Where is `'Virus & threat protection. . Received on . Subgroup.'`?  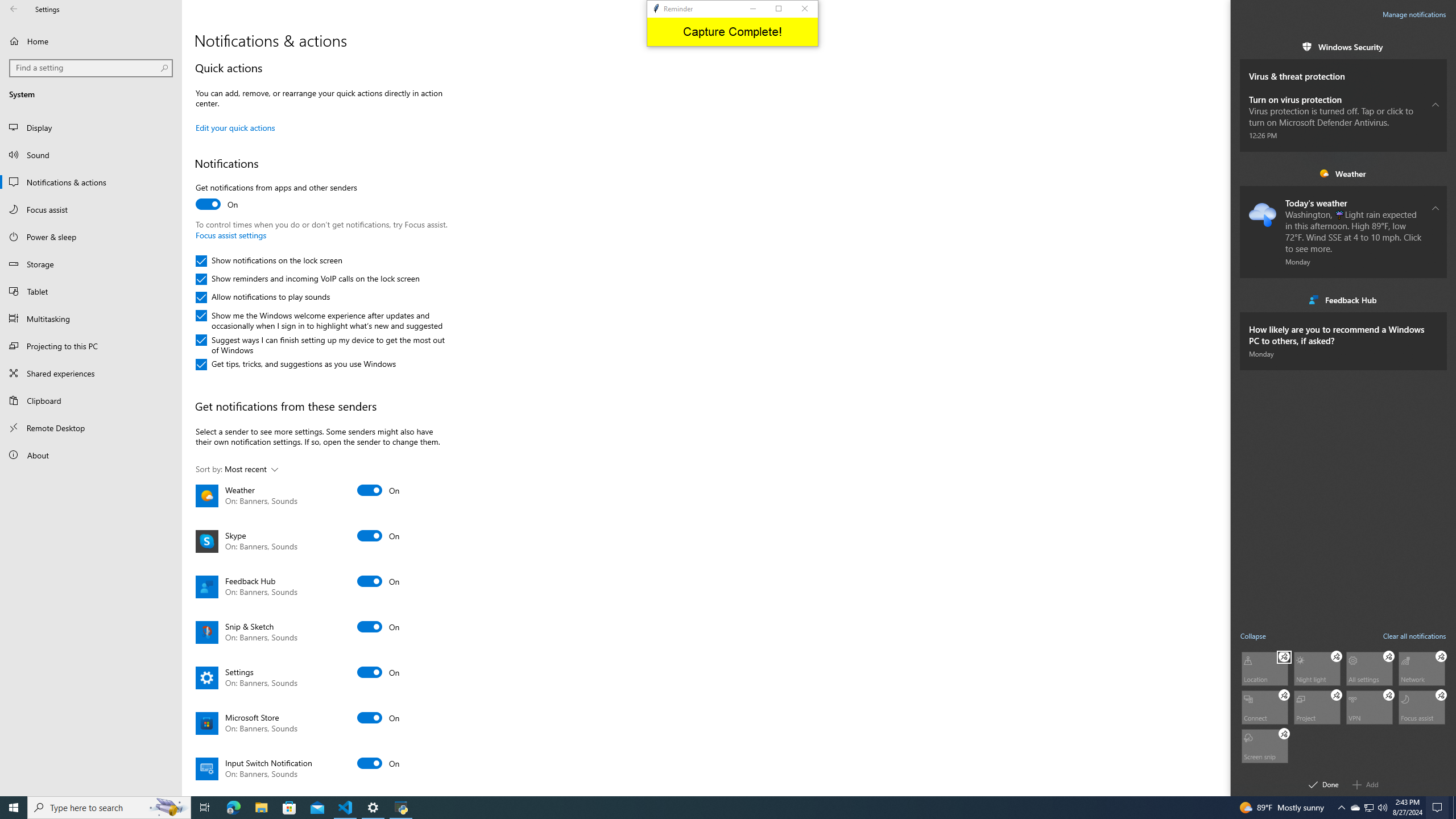 'Virus & threat protection. . Received on . Subgroup.' is located at coordinates (1343, 70).